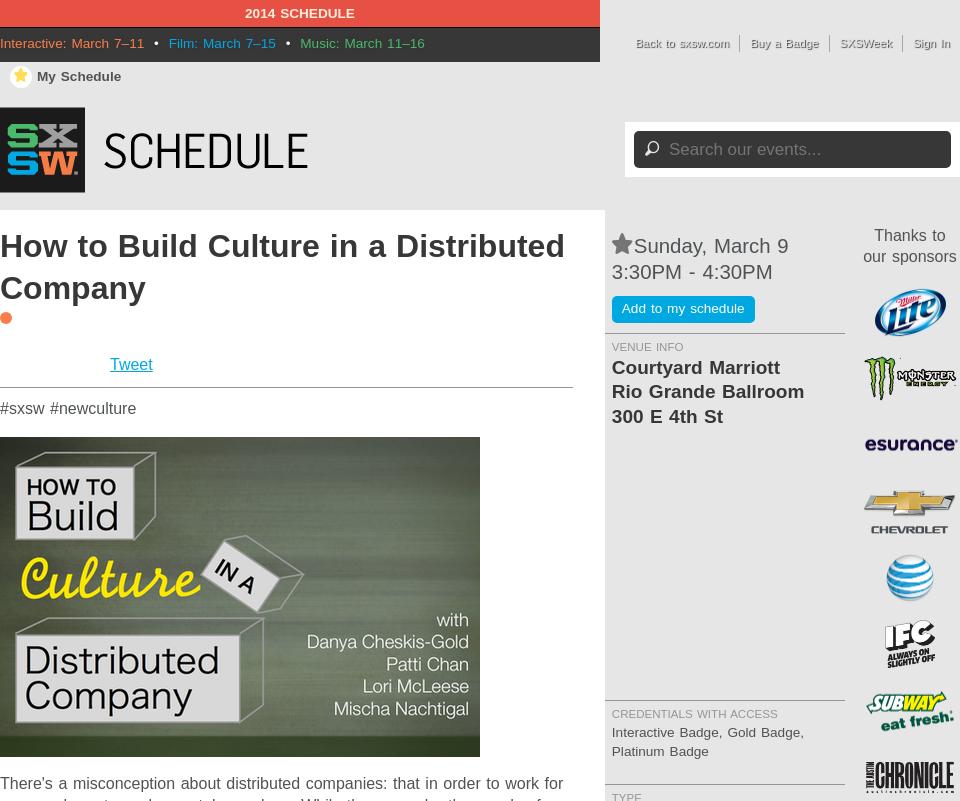  Describe the element at coordinates (221, 42) in the screenshot. I see `'Film: March 7–15'` at that location.